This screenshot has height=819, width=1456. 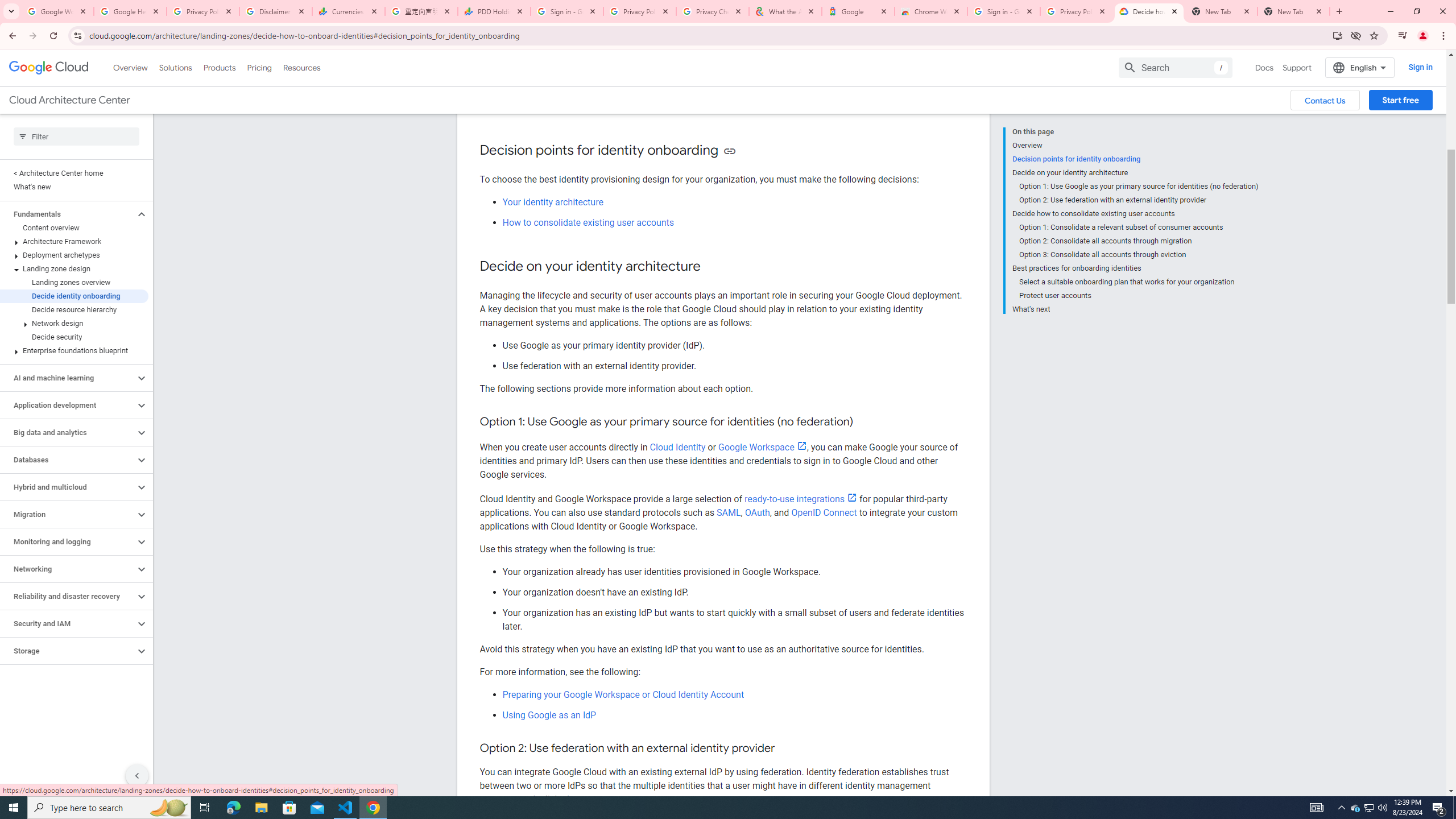 What do you see at coordinates (552, 201) in the screenshot?
I see `'Your identity architecture'` at bounding box center [552, 201].